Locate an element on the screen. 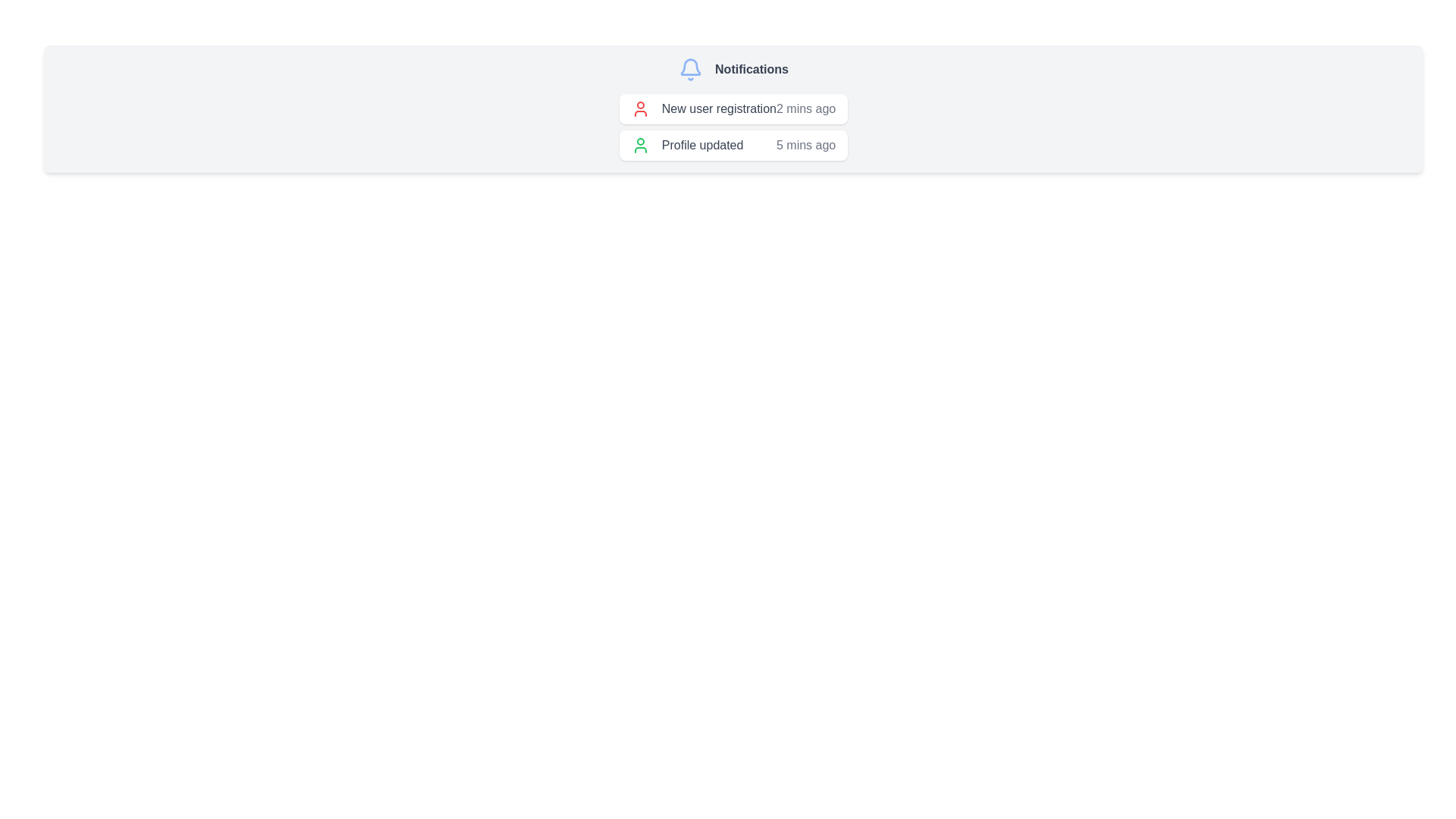 The image size is (1456, 819). the notification icon that indicates user-related notifications, located to the left of the 'New user registration' text is located at coordinates (640, 108).